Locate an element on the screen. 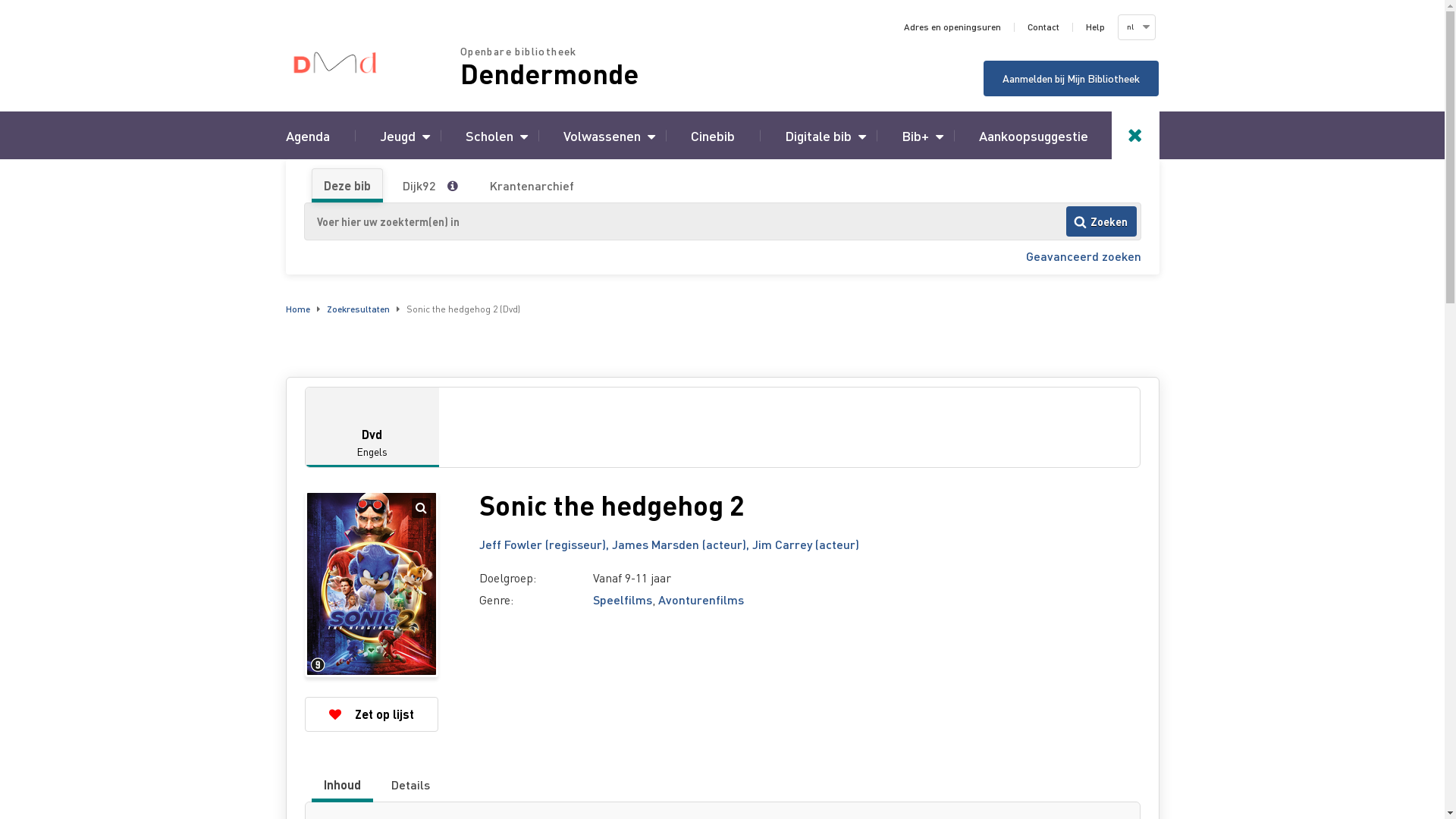 The image size is (1456, 819). 'Cinebib' is located at coordinates (711, 134).